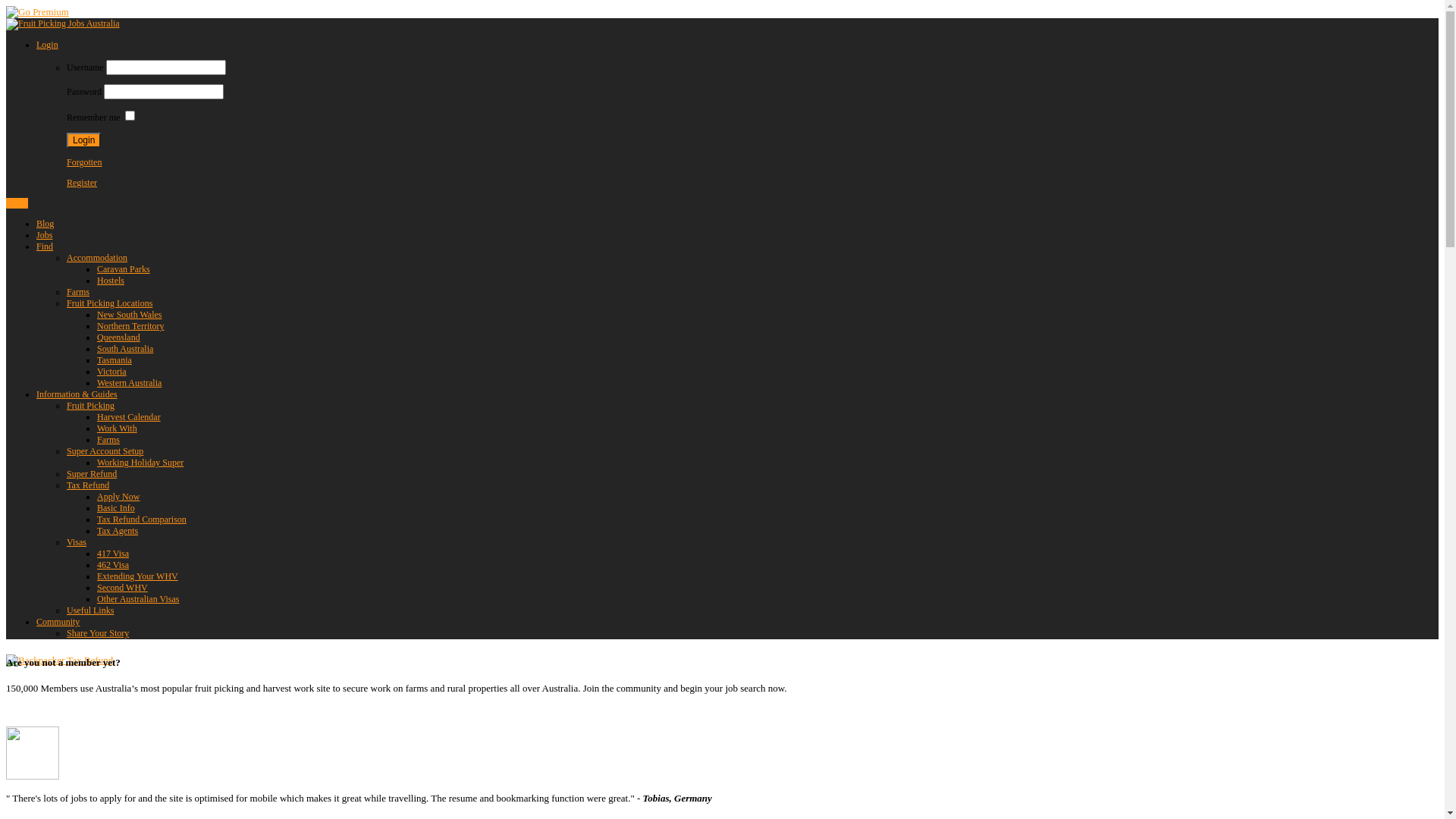 This screenshot has width=1456, height=819. What do you see at coordinates (129, 314) in the screenshot?
I see `'New South Wales'` at bounding box center [129, 314].